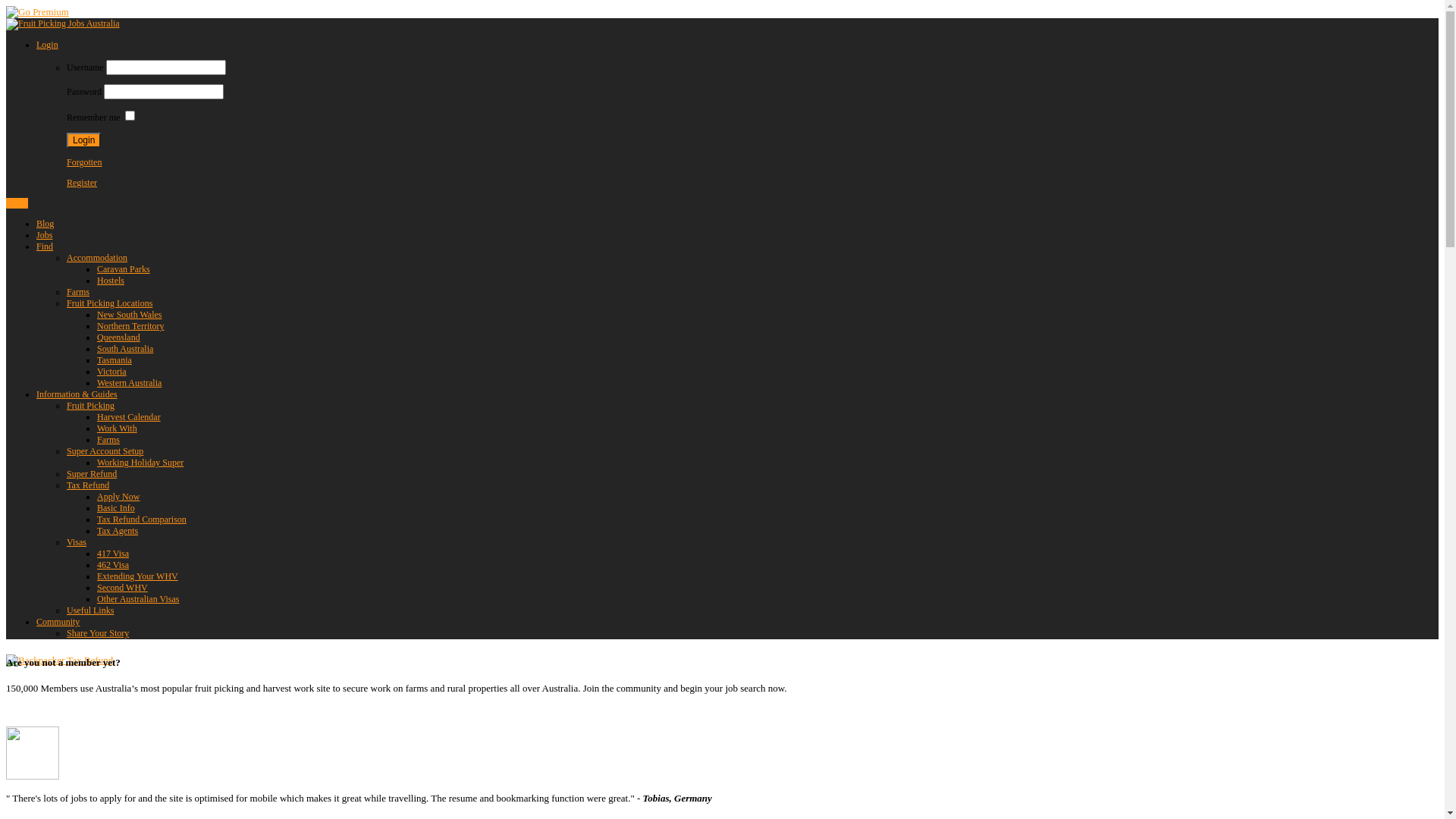 This screenshot has width=1456, height=819. What do you see at coordinates (129, 314) in the screenshot?
I see `'New South Wales'` at bounding box center [129, 314].